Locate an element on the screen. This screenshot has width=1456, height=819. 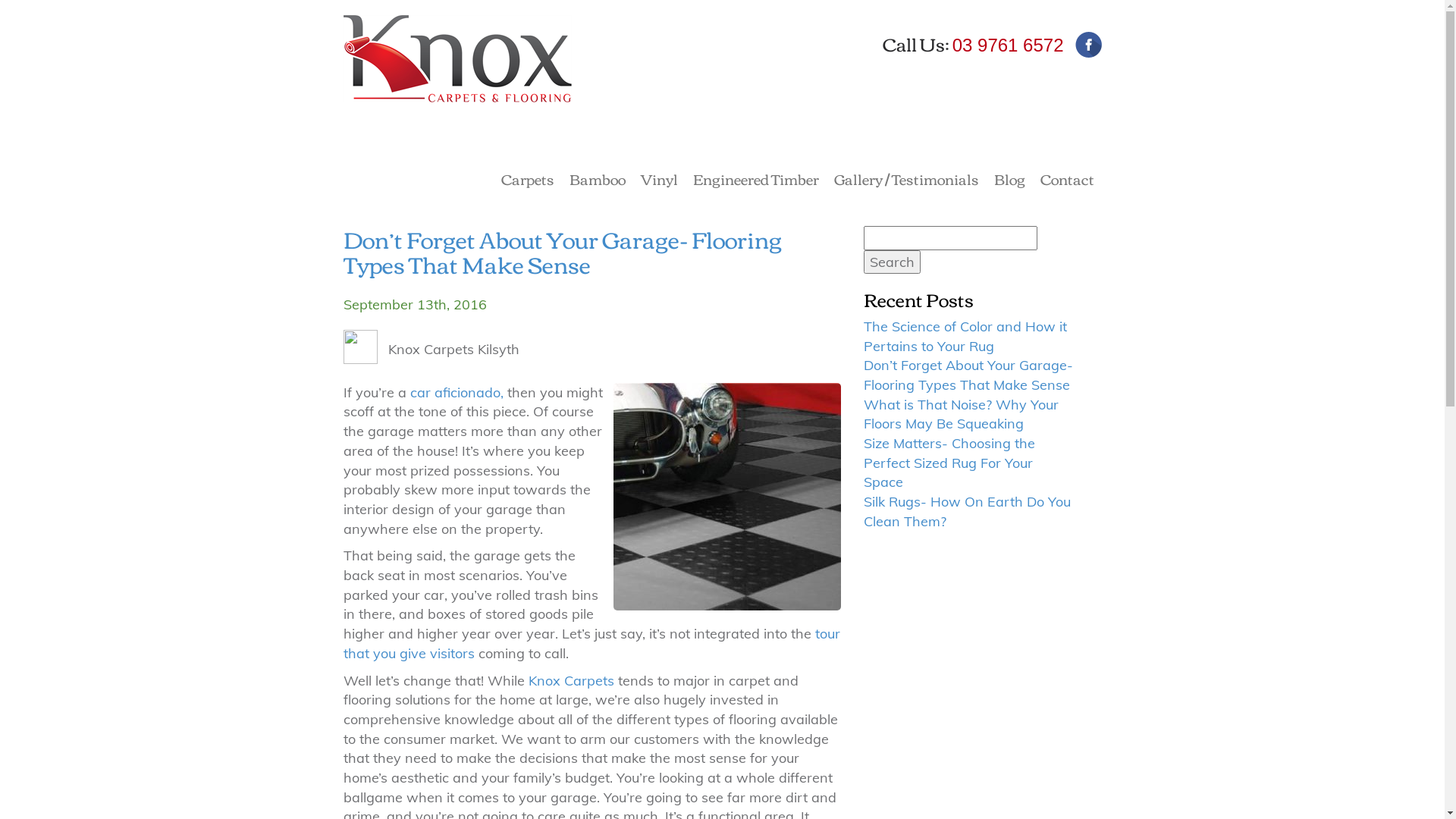
'Silk Rugs- How On Earth Do You Clean Them?' is located at coordinates (966, 511).